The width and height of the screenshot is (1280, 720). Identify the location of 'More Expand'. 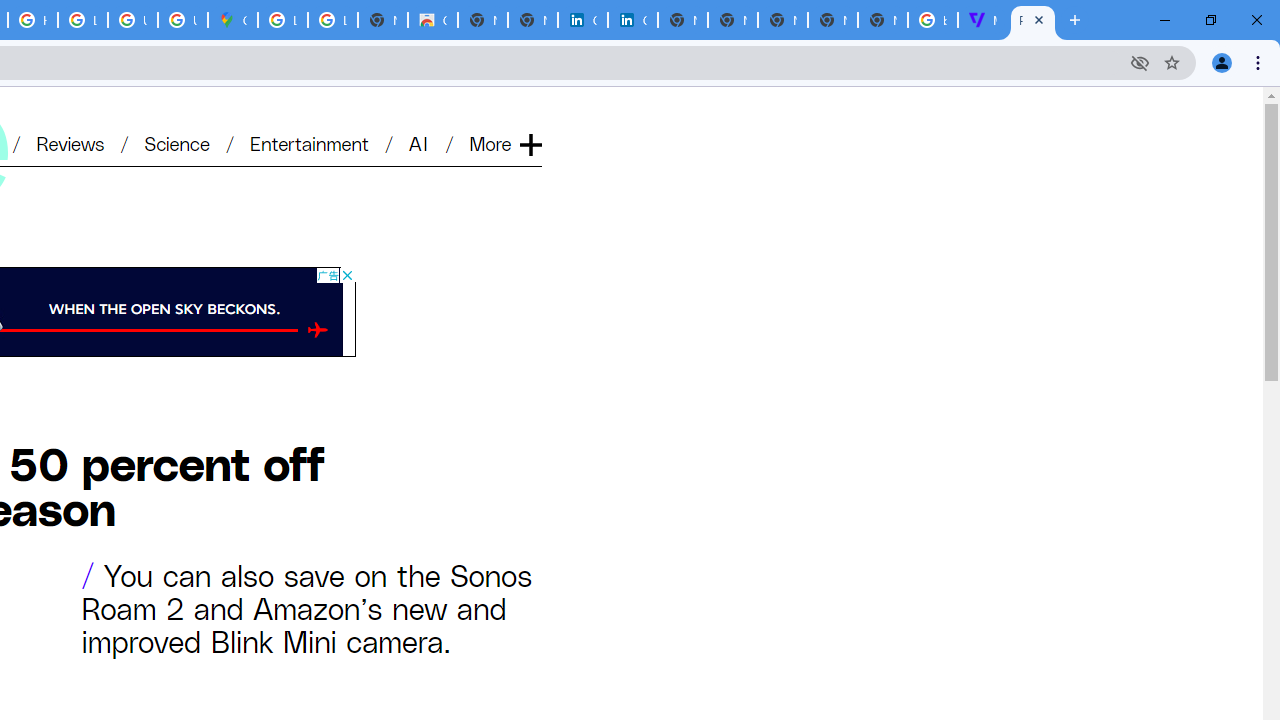
(504, 142).